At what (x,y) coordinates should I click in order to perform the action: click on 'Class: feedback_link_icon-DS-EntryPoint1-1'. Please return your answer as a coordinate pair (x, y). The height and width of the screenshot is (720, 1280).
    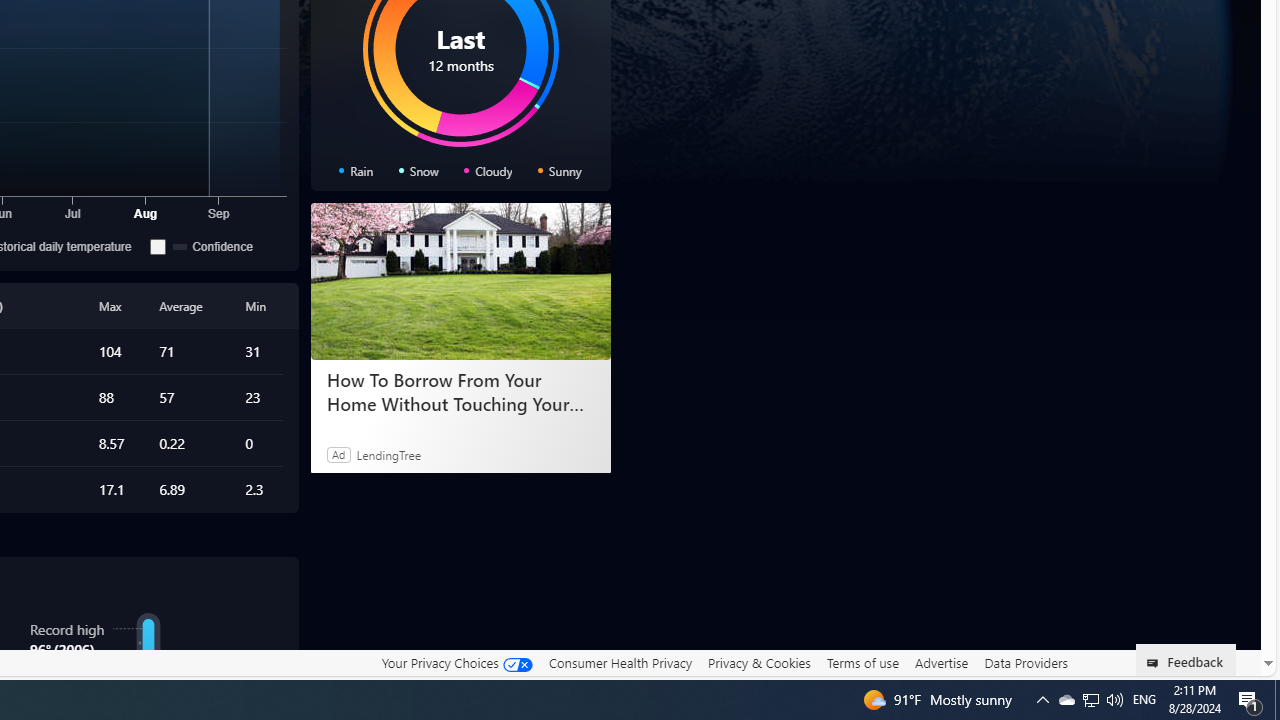
    Looking at the image, I should click on (1156, 663).